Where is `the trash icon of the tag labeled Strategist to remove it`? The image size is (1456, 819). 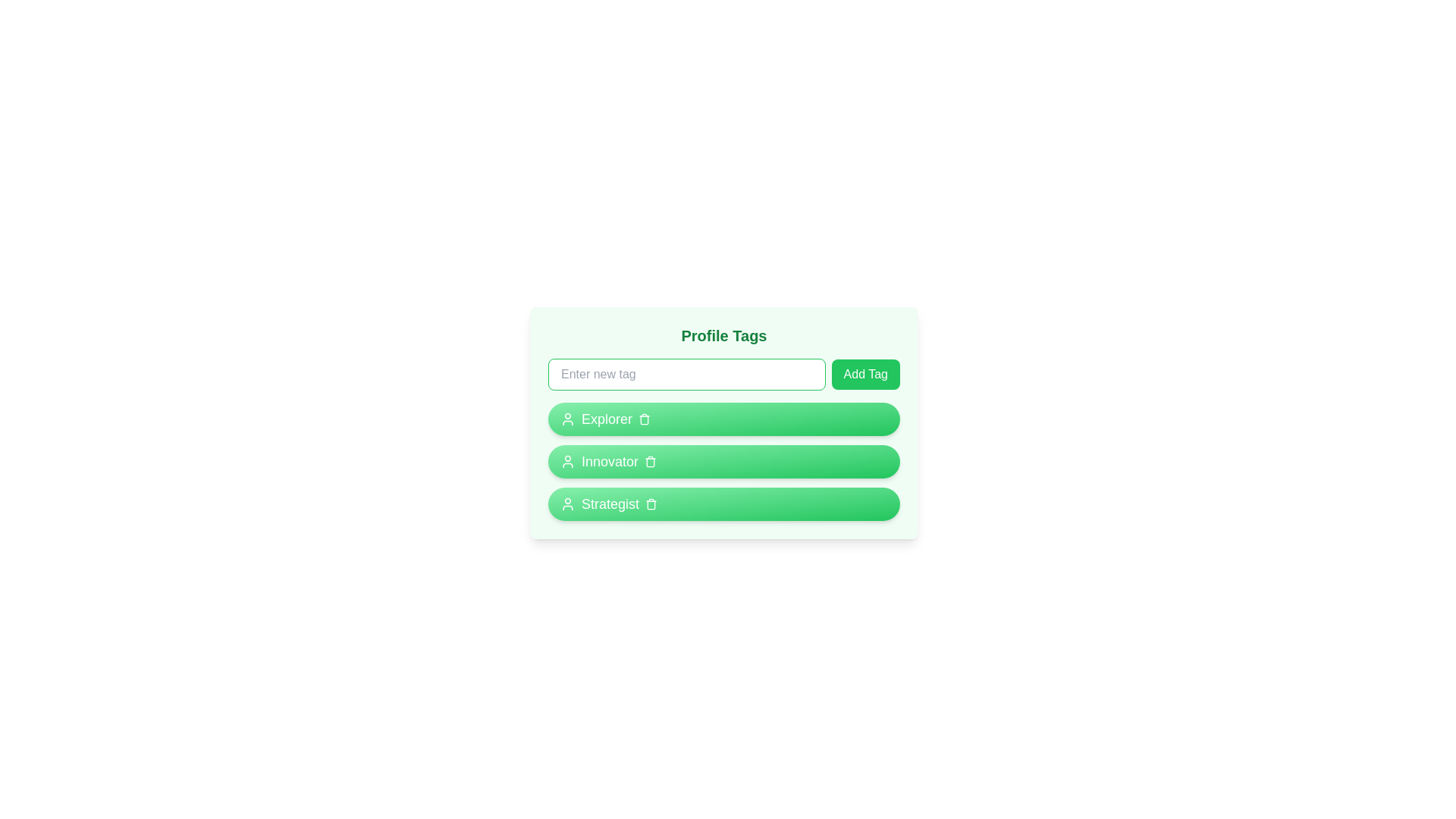 the trash icon of the tag labeled Strategist to remove it is located at coordinates (651, 504).